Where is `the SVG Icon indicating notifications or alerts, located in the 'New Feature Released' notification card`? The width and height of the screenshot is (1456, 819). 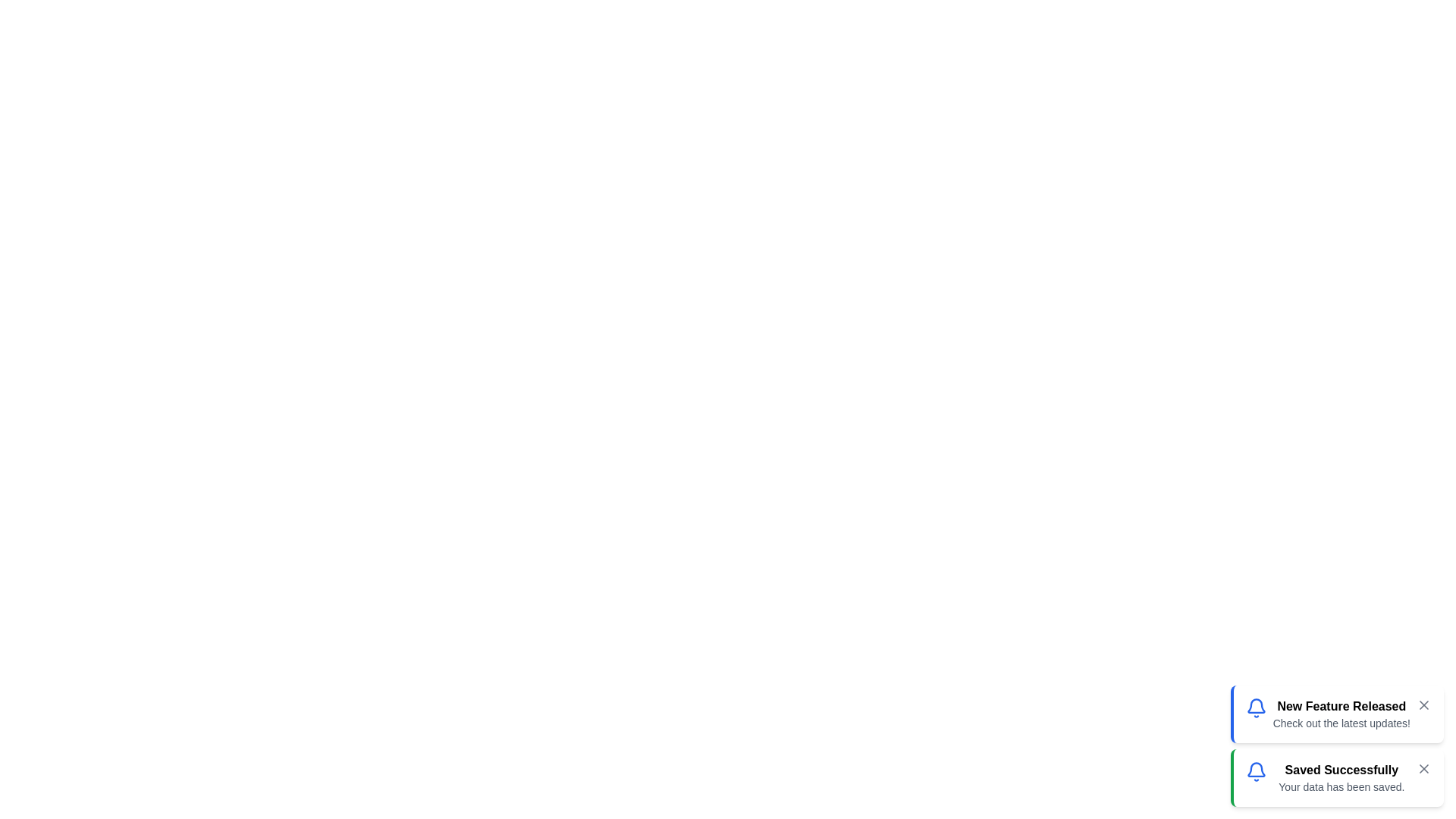 the SVG Icon indicating notifications or alerts, located in the 'New Feature Released' notification card is located at coordinates (1256, 708).